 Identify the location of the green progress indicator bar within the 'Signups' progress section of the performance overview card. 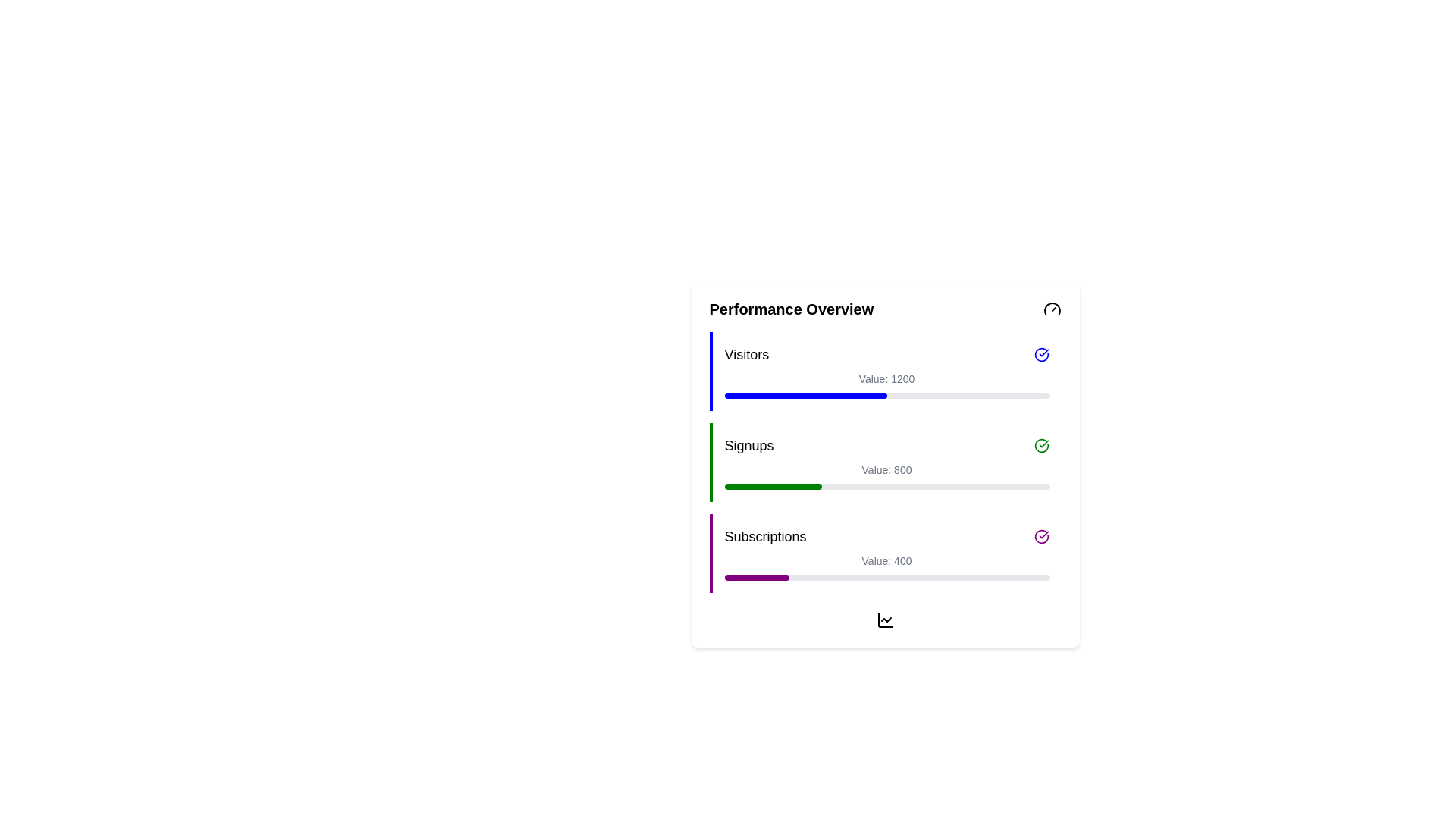
(773, 486).